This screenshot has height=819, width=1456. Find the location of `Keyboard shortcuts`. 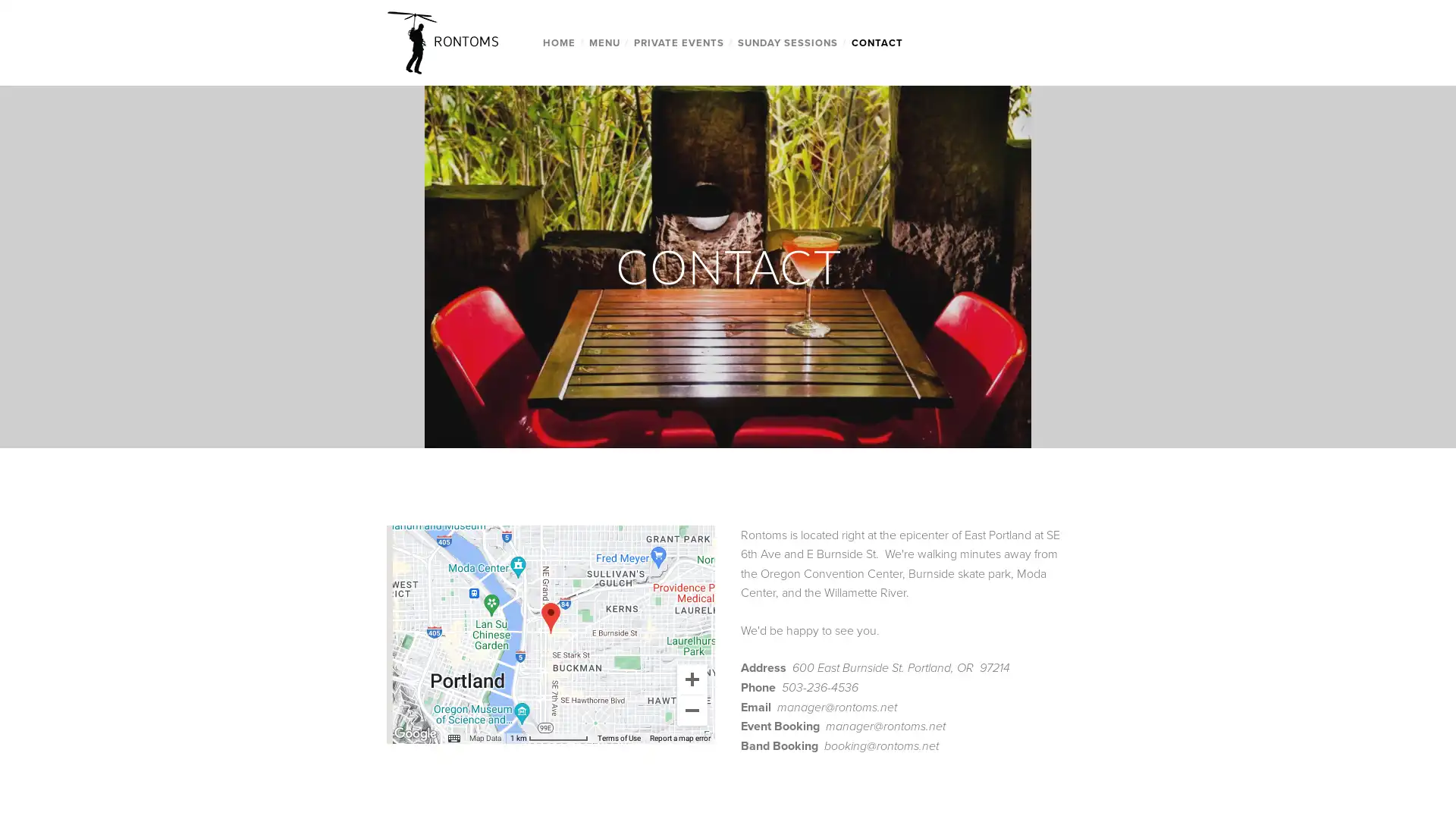

Keyboard shortcuts is located at coordinates (428, 736).